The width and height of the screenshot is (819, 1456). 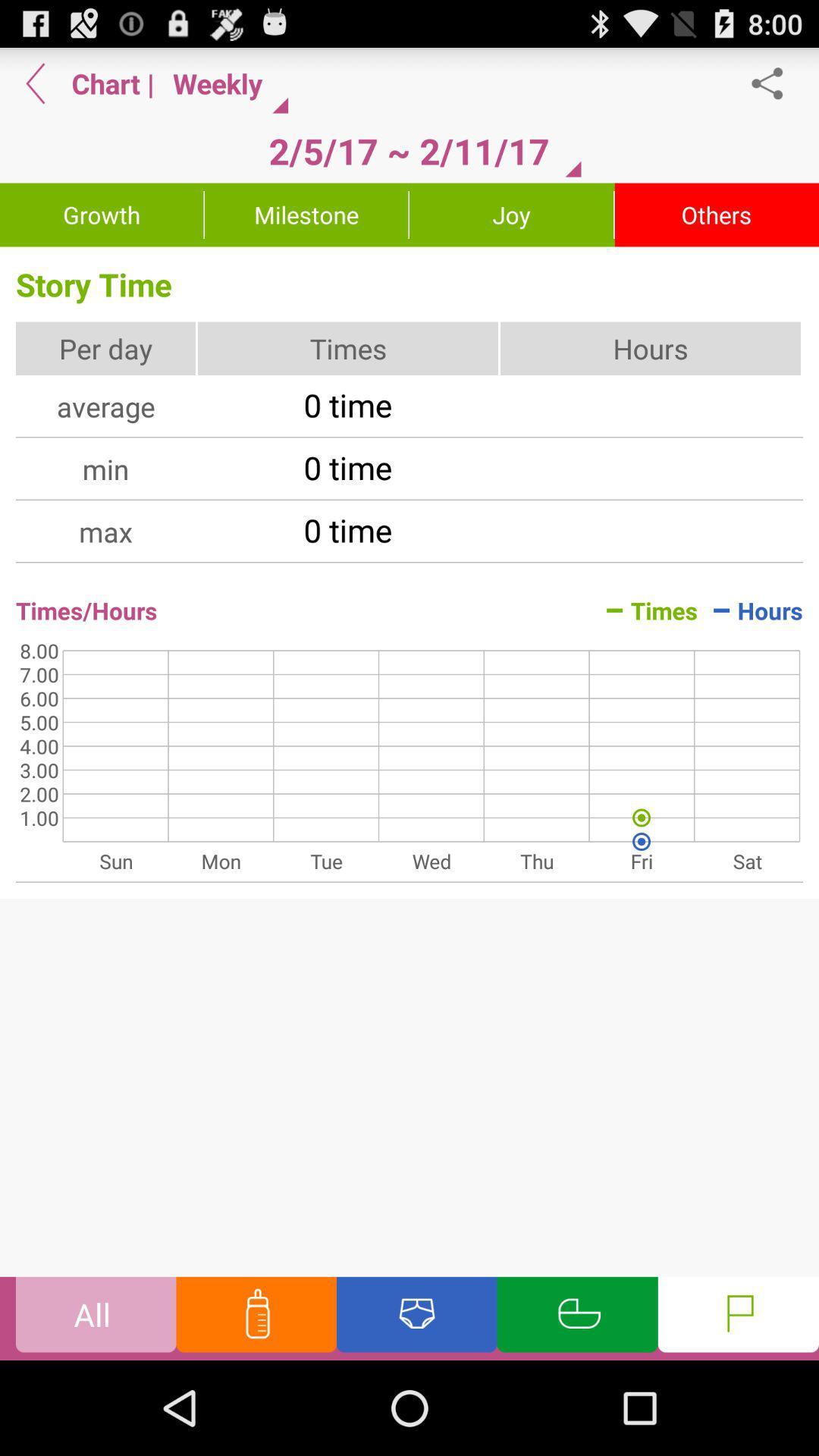 What do you see at coordinates (256, 1317) in the screenshot?
I see `feeding` at bounding box center [256, 1317].